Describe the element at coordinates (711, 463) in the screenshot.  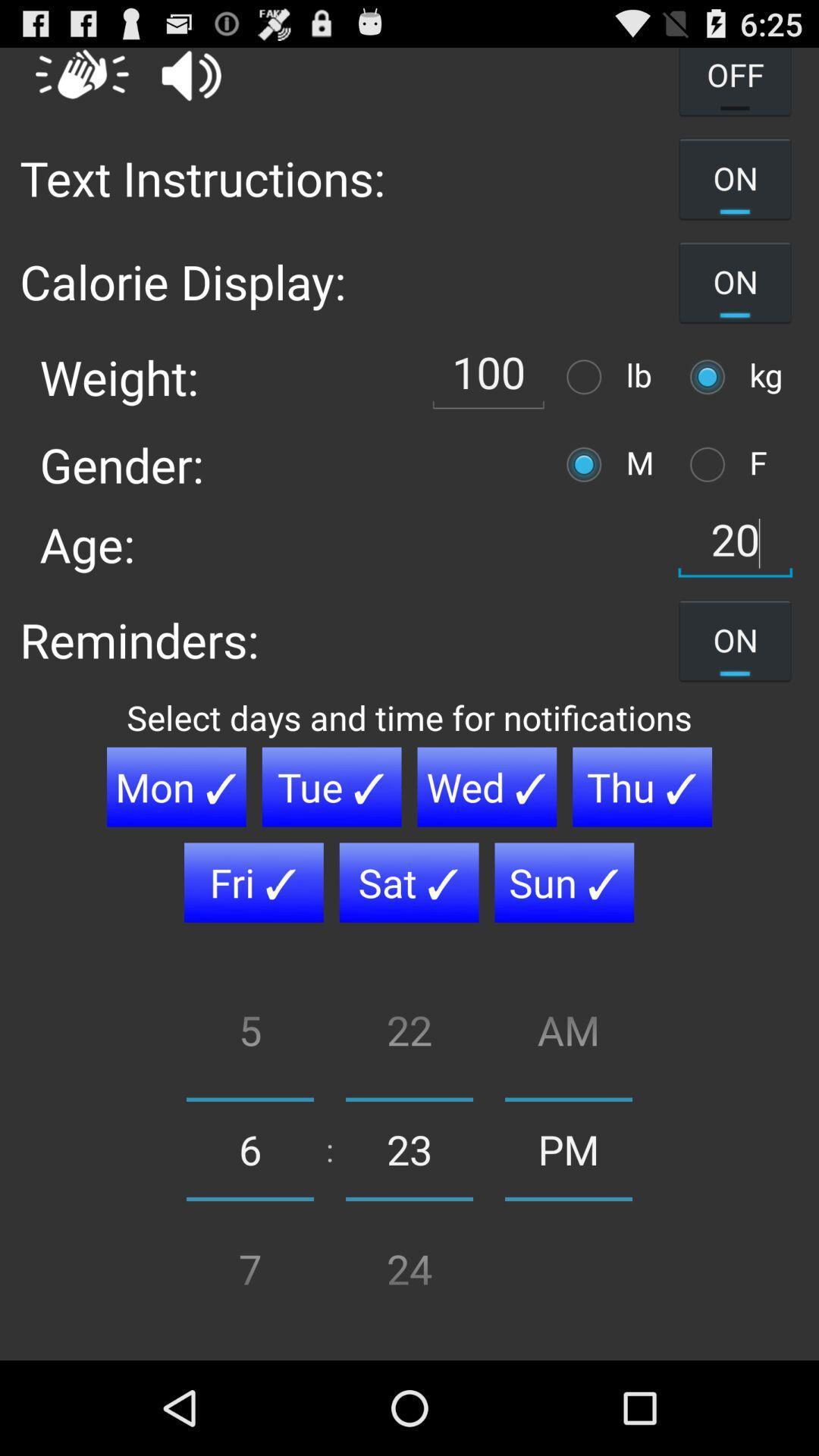
I see `set as female` at that location.